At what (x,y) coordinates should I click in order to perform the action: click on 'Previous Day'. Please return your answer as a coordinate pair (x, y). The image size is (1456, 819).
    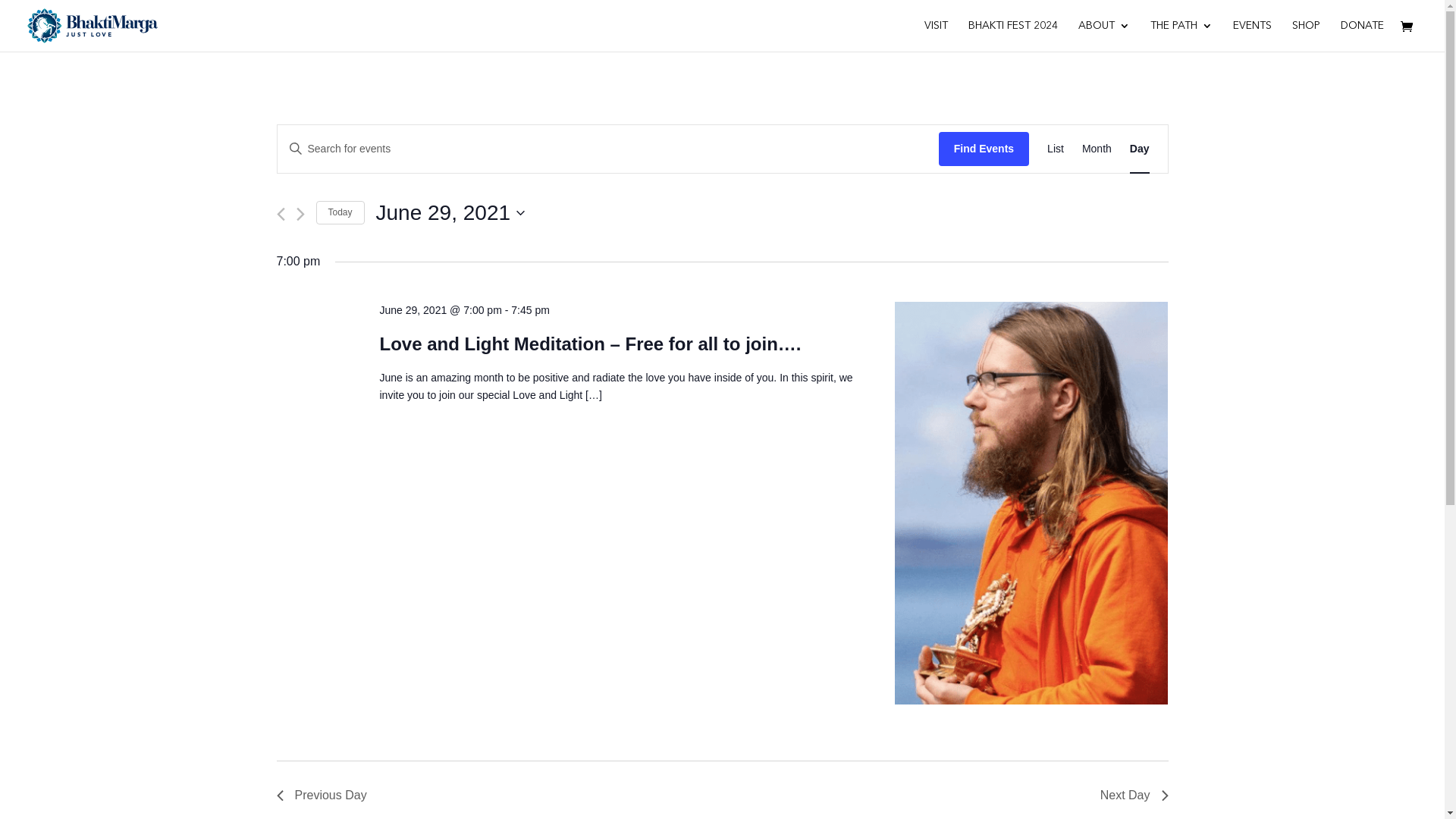
    Looking at the image, I should click on (276, 795).